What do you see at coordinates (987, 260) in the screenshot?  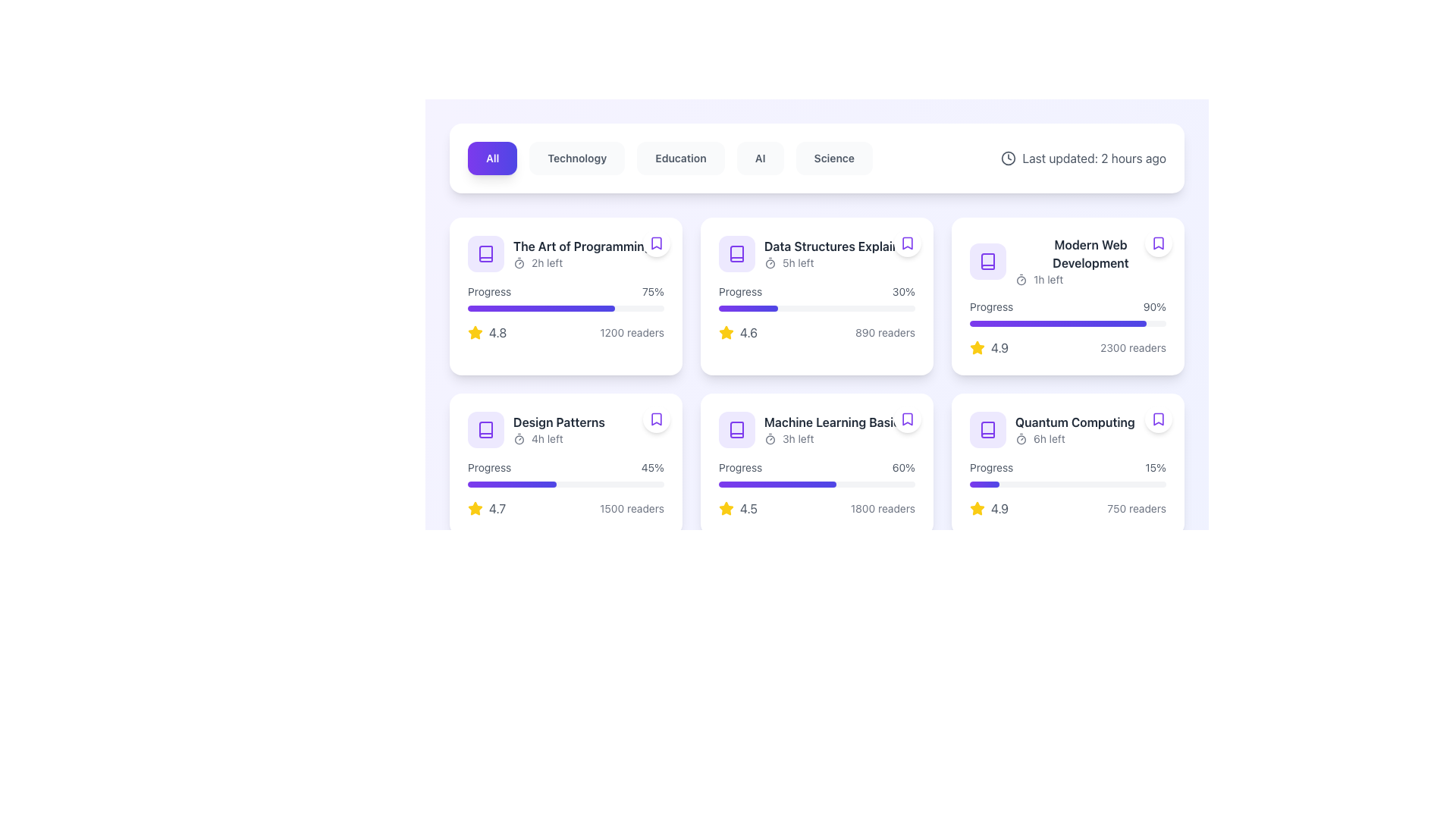 I see `the card that contains the book icon, located in the top-right of the second row under 'Modern Web Development'` at bounding box center [987, 260].